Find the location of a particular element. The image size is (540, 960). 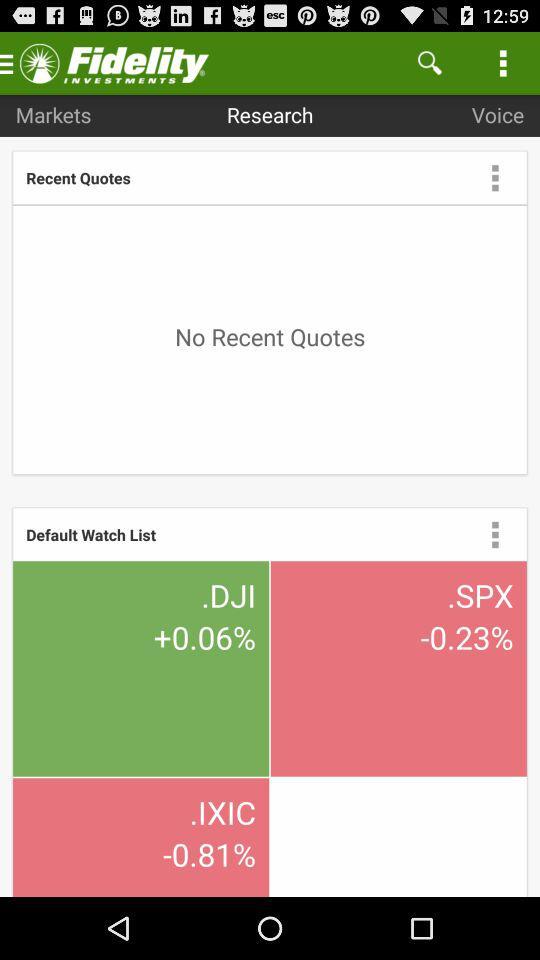

app next to the research is located at coordinates (53, 114).